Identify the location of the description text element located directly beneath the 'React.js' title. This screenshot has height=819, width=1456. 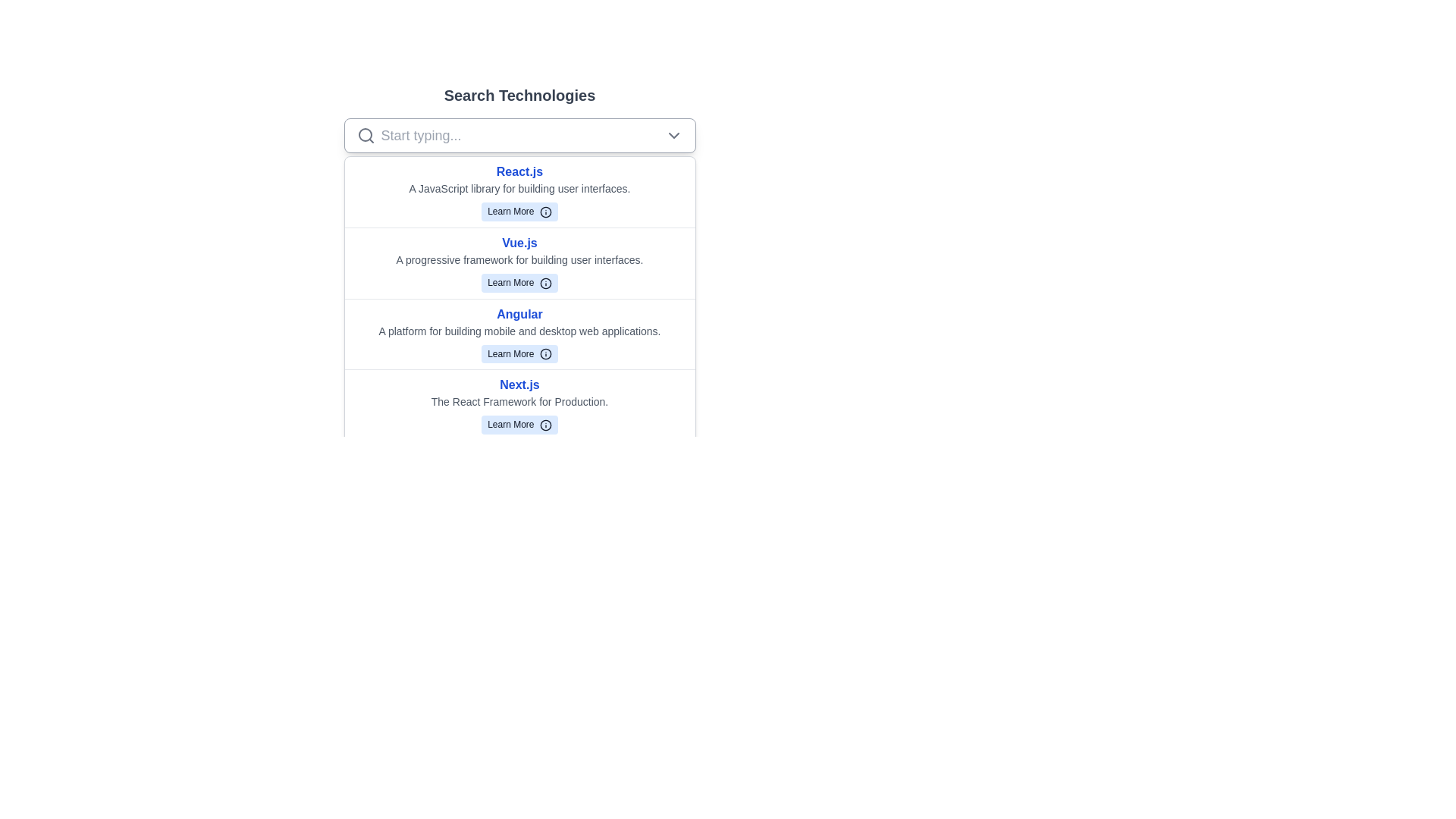
(519, 188).